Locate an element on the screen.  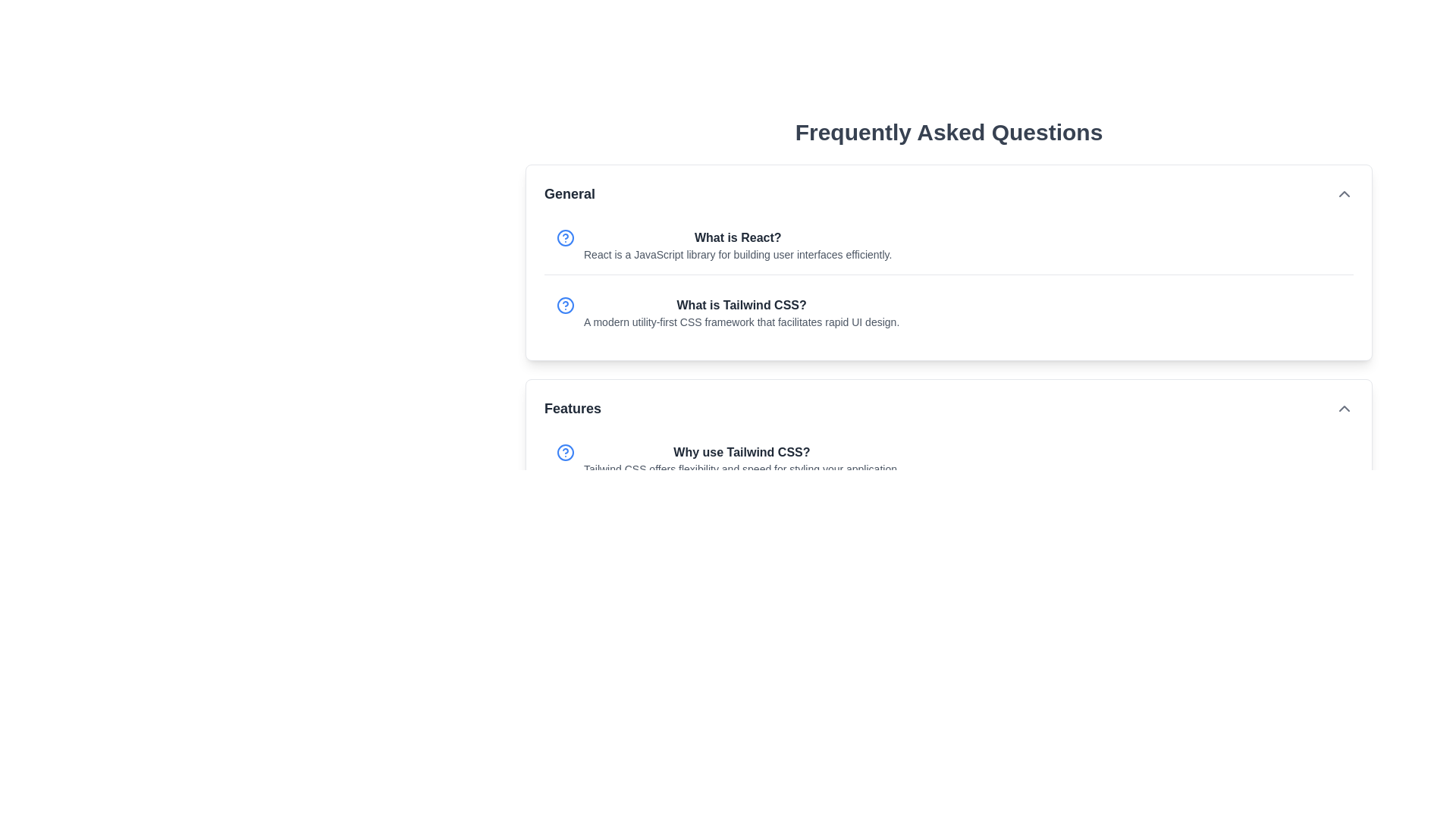
the Collapsible section header titled 'Features', which has a chevron icon is located at coordinates (948, 408).